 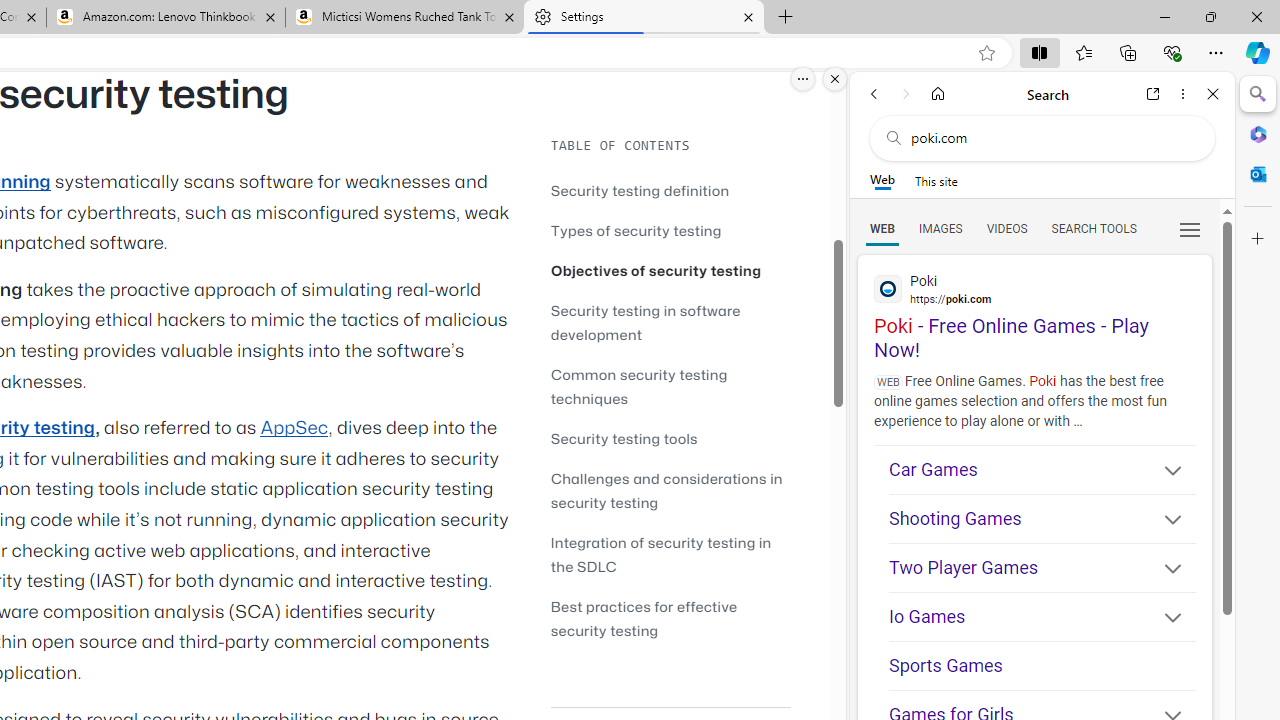 What do you see at coordinates (1164, 520) in the screenshot?
I see `'Show More Shooting Games'` at bounding box center [1164, 520].